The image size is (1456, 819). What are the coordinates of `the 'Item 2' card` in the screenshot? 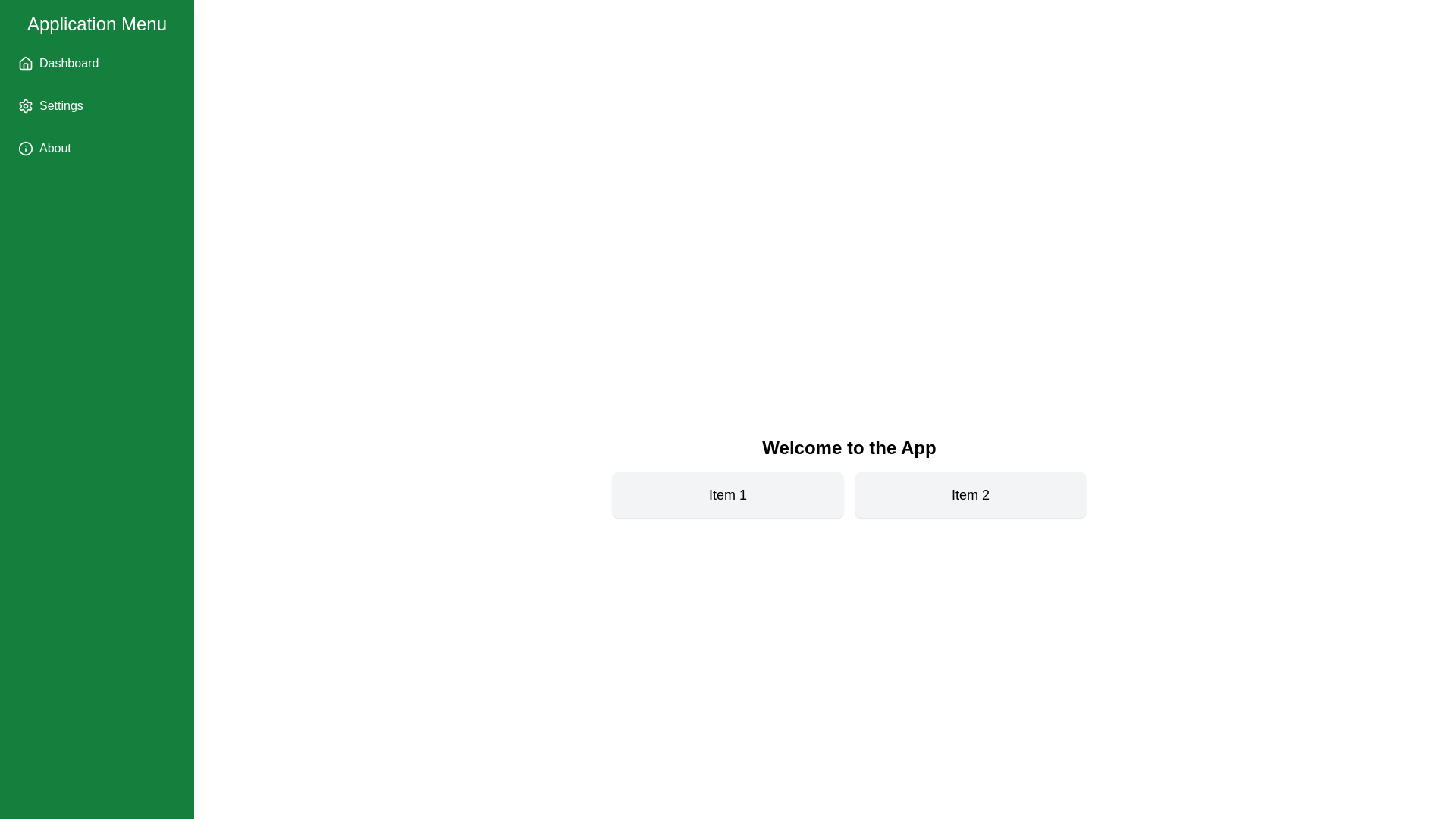 It's located at (971, 494).